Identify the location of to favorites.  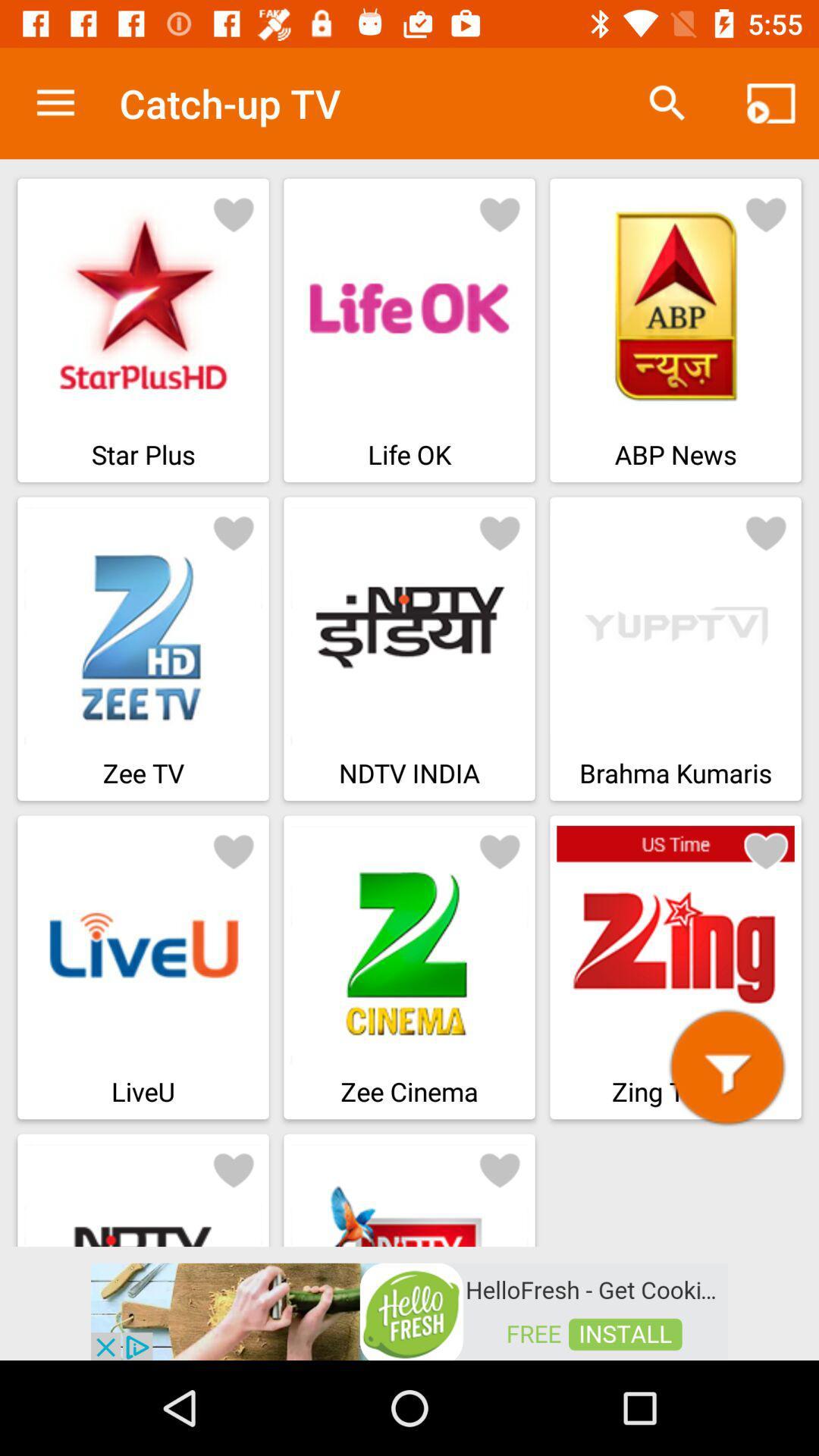
(234, 532).